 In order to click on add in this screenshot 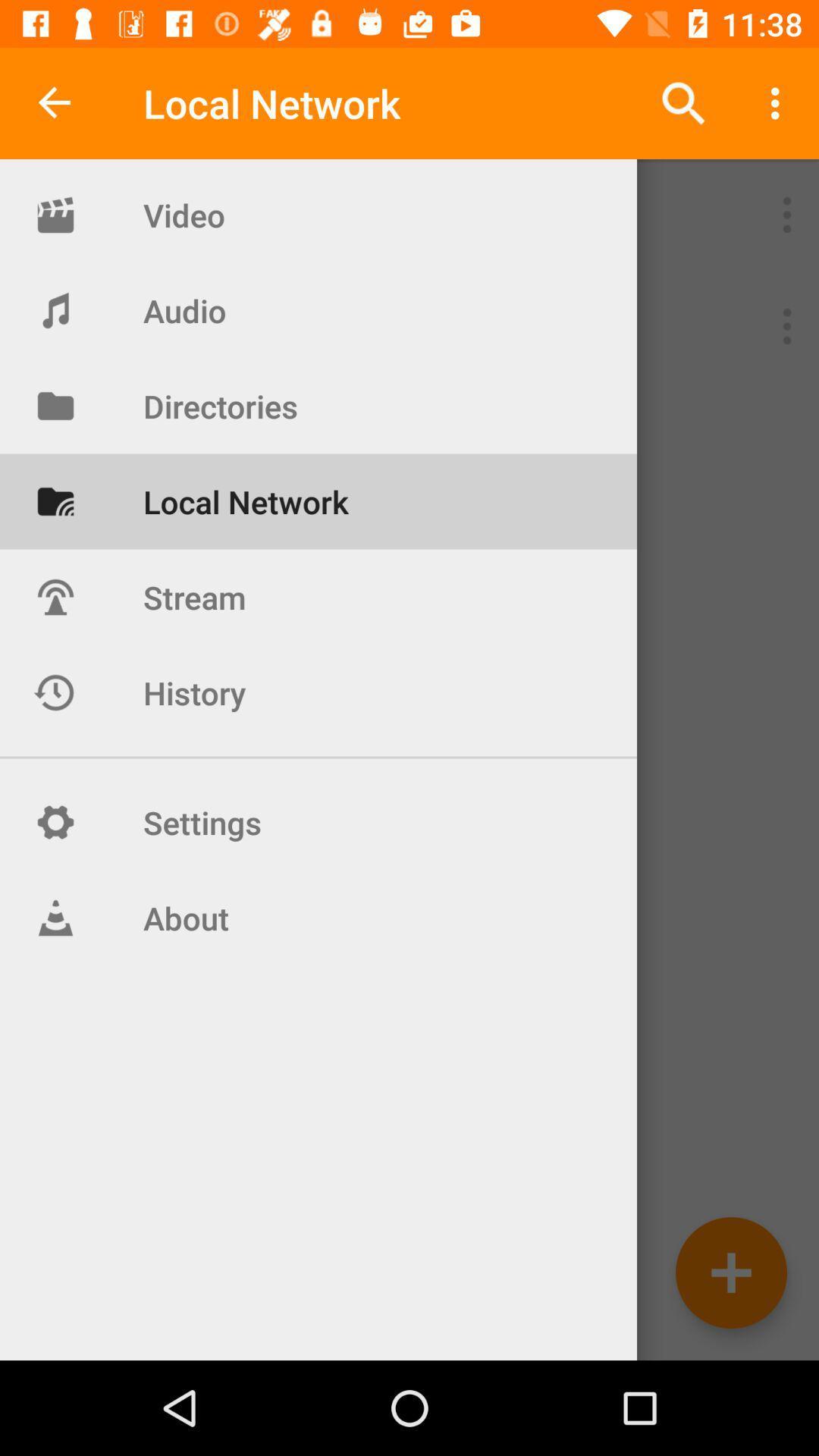, I will do `click(730, 1272)`.